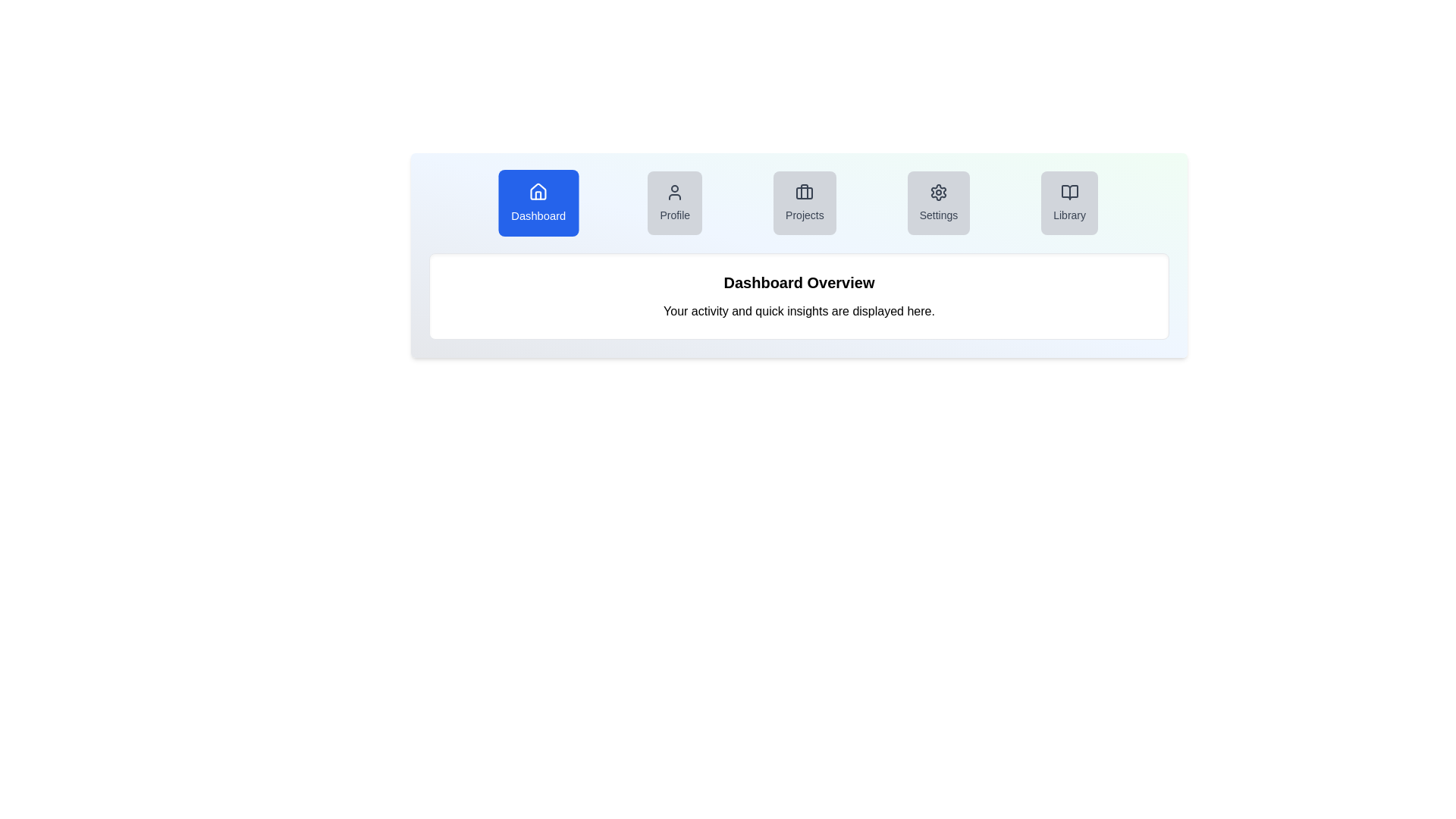 The image size is (1456, 819). Describe the element at coordinates (674, 202) in the screenshot. I see `the 'Profile' navigation button, which is the second button in a set of five buttons located in the central part of the header` at that location.